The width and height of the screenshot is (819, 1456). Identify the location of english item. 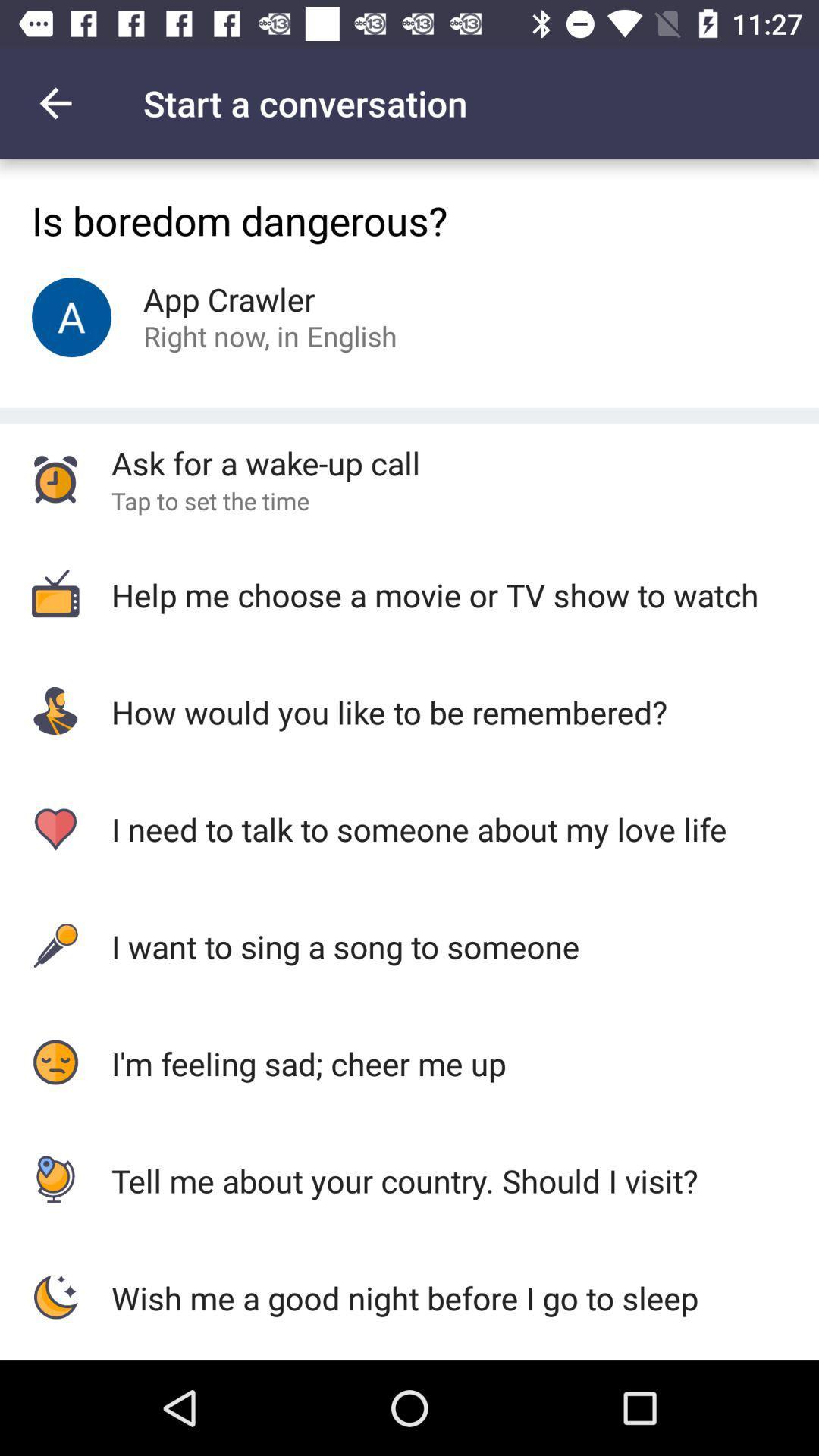
(352, 335).